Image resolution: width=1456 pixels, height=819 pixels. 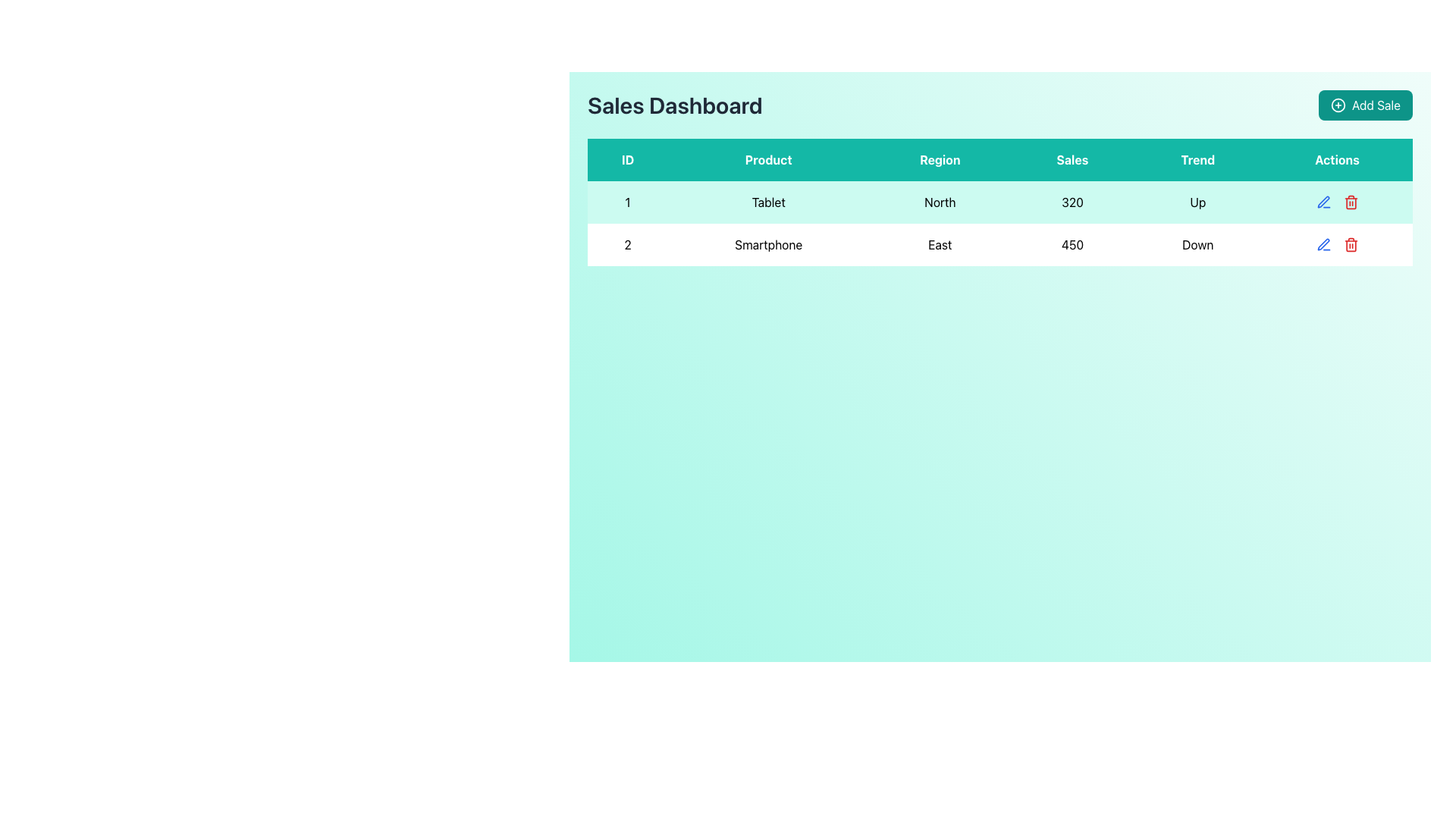 What do you see at coordinates (628, 201) in the screenshot?
I see `the ID cell of the table row, which visually identifies the first item's serial number` at bounding box center [628, 201].